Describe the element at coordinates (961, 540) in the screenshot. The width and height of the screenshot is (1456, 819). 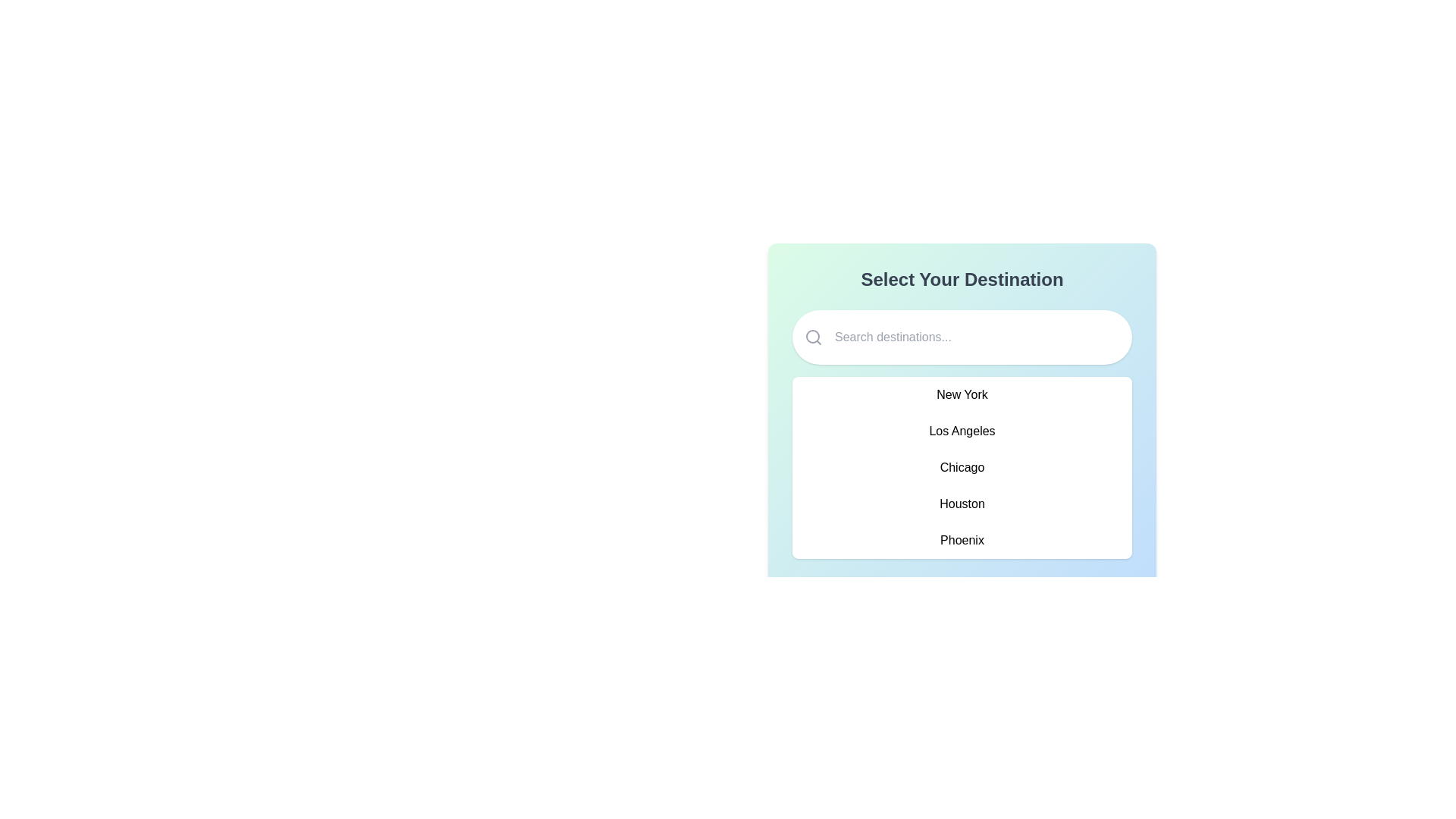
I see `the text label displaying 'Phoenix' at the bottom of the list of cities, which is styled with a hover effect that changes the background color` at that location.